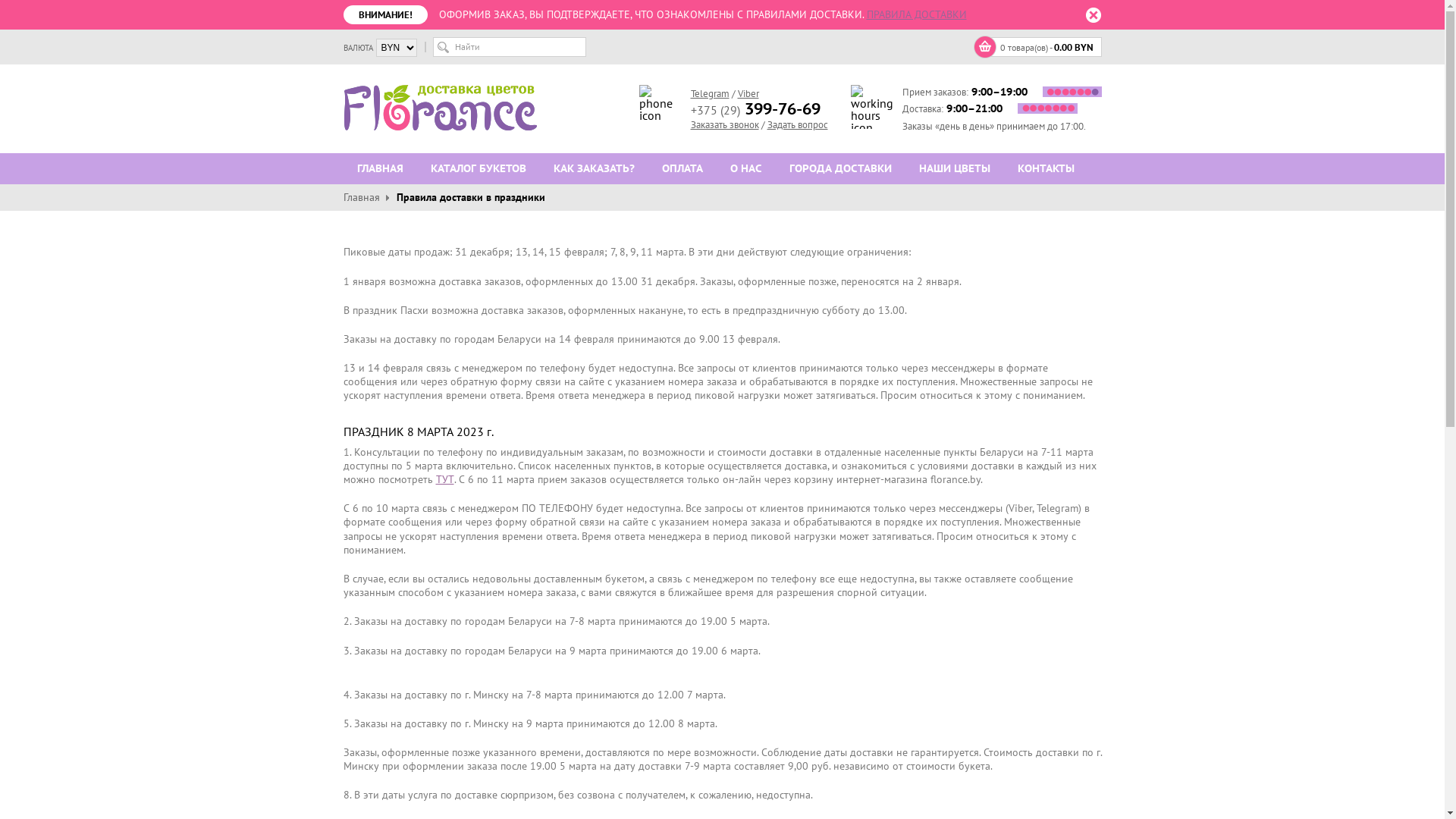  What do you see at coordinates (341, 107) in the screenshot?
I see `'Florance'` at bounding box center [341, 107].